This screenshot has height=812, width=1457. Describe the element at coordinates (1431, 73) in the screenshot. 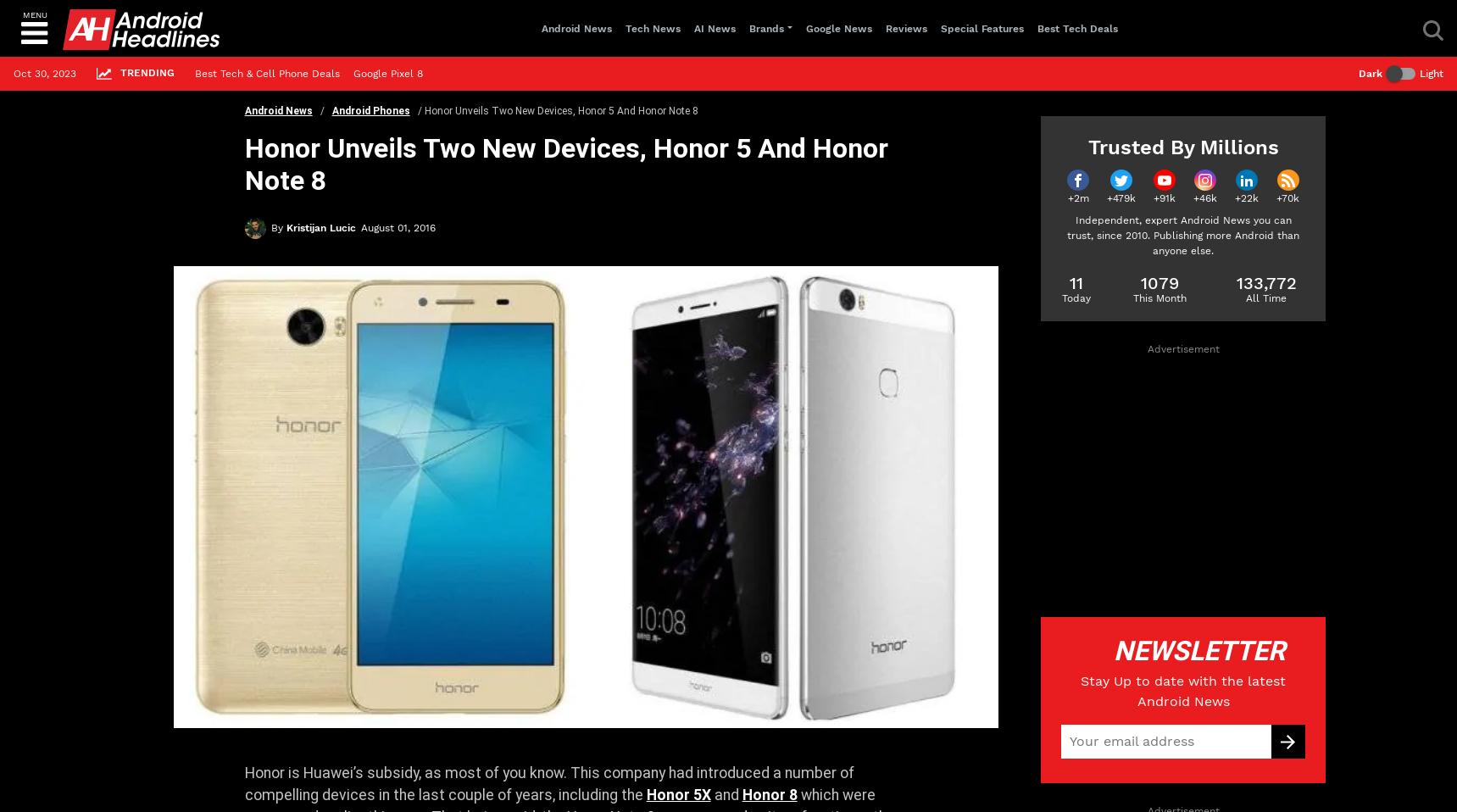

I see `'Light'` at that location.